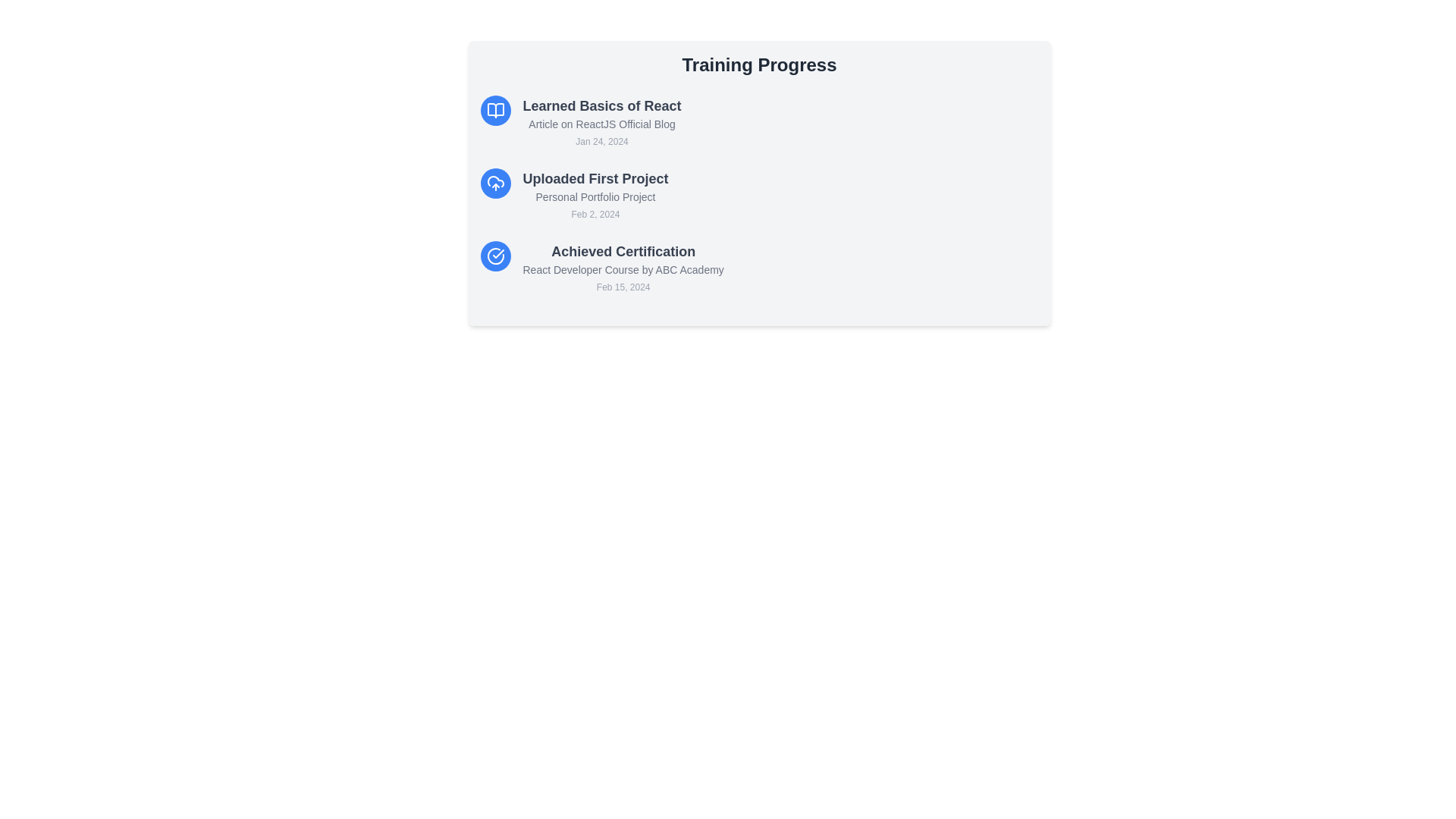 This screenshot has width=1456, height=819. I want to click on the book icon representing the 'Learned Basics of React' milestone, located to the left of the milestone description text, so click(495, 110).